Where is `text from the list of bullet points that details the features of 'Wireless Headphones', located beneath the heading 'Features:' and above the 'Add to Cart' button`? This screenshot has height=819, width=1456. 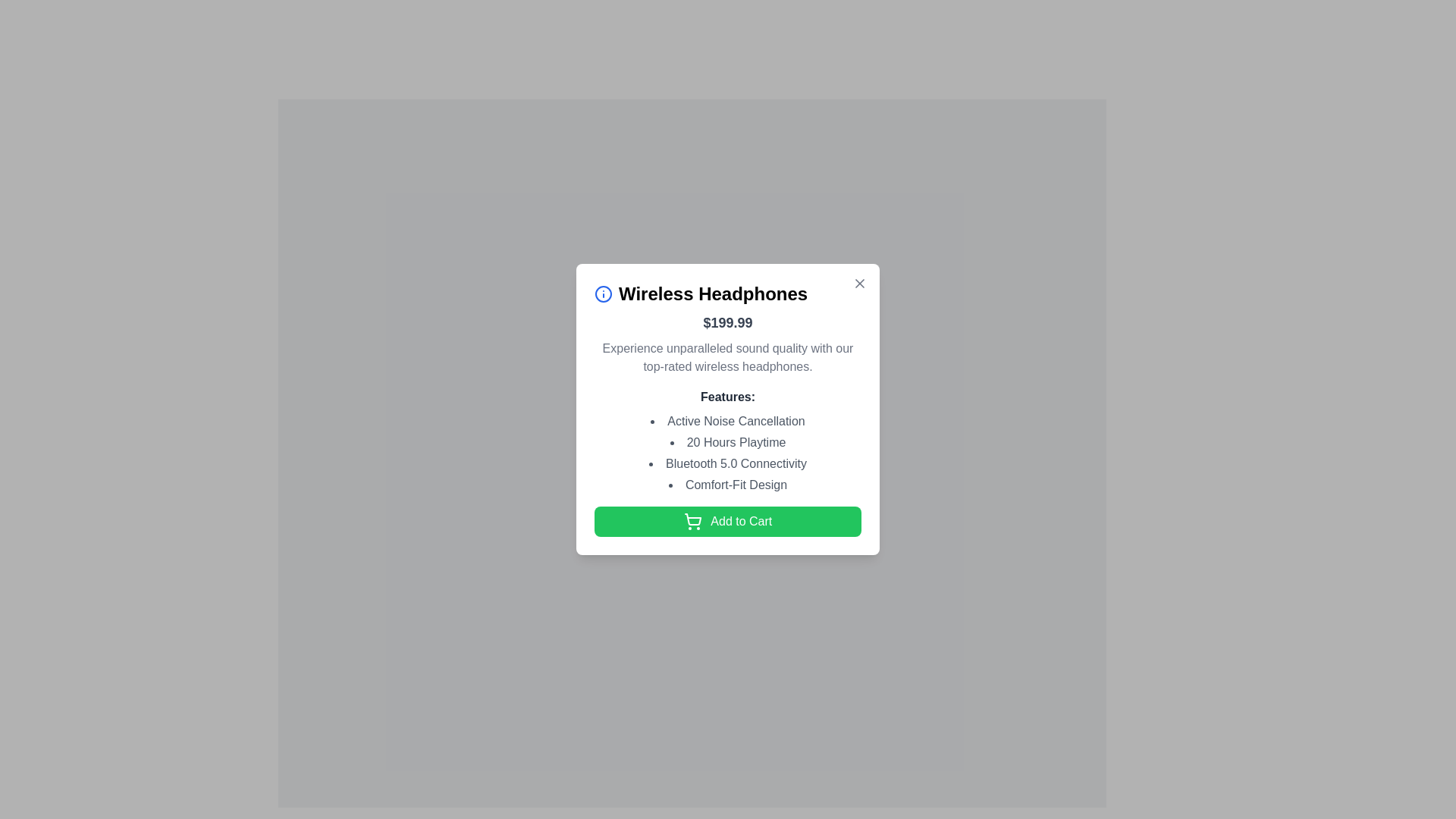
text from the list of bullet points that details the features of 'Wireless Headphones', located beneath the heading 'Features:' and above the 'Add to Cart' button is located at coordinates (728, 452).